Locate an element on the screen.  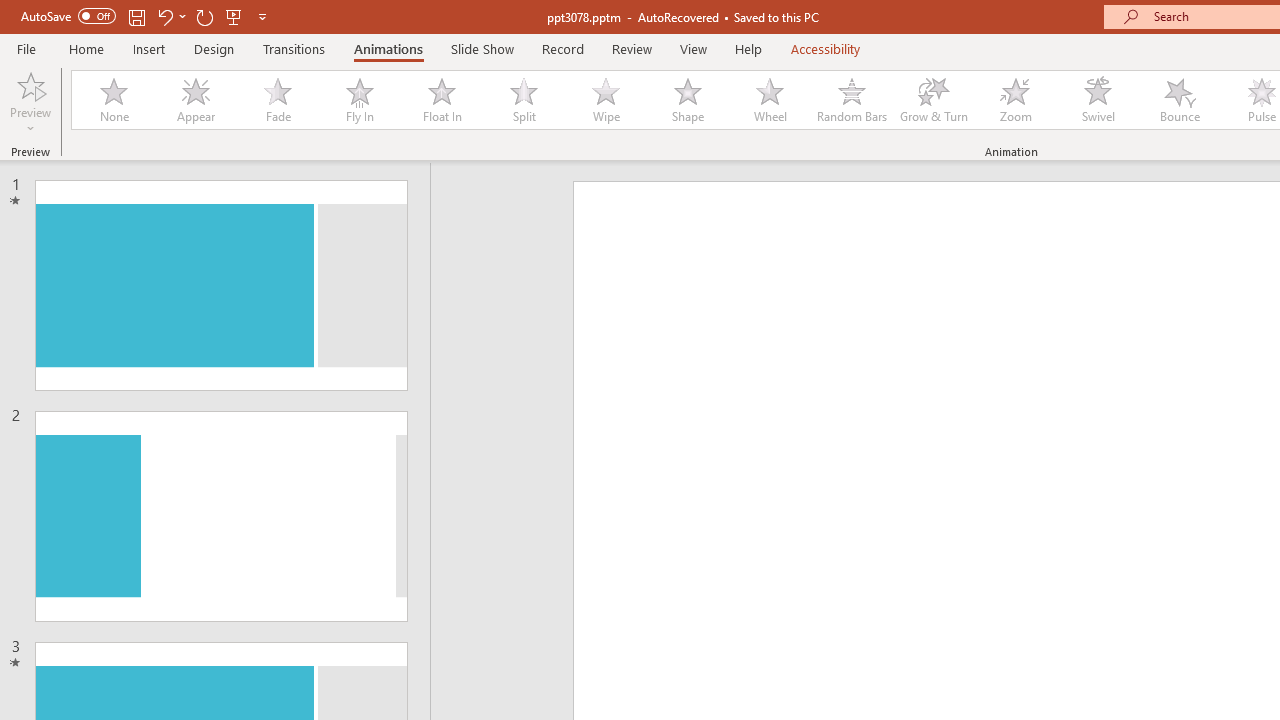
'Bounce' is located at coordinates (1180, 100).